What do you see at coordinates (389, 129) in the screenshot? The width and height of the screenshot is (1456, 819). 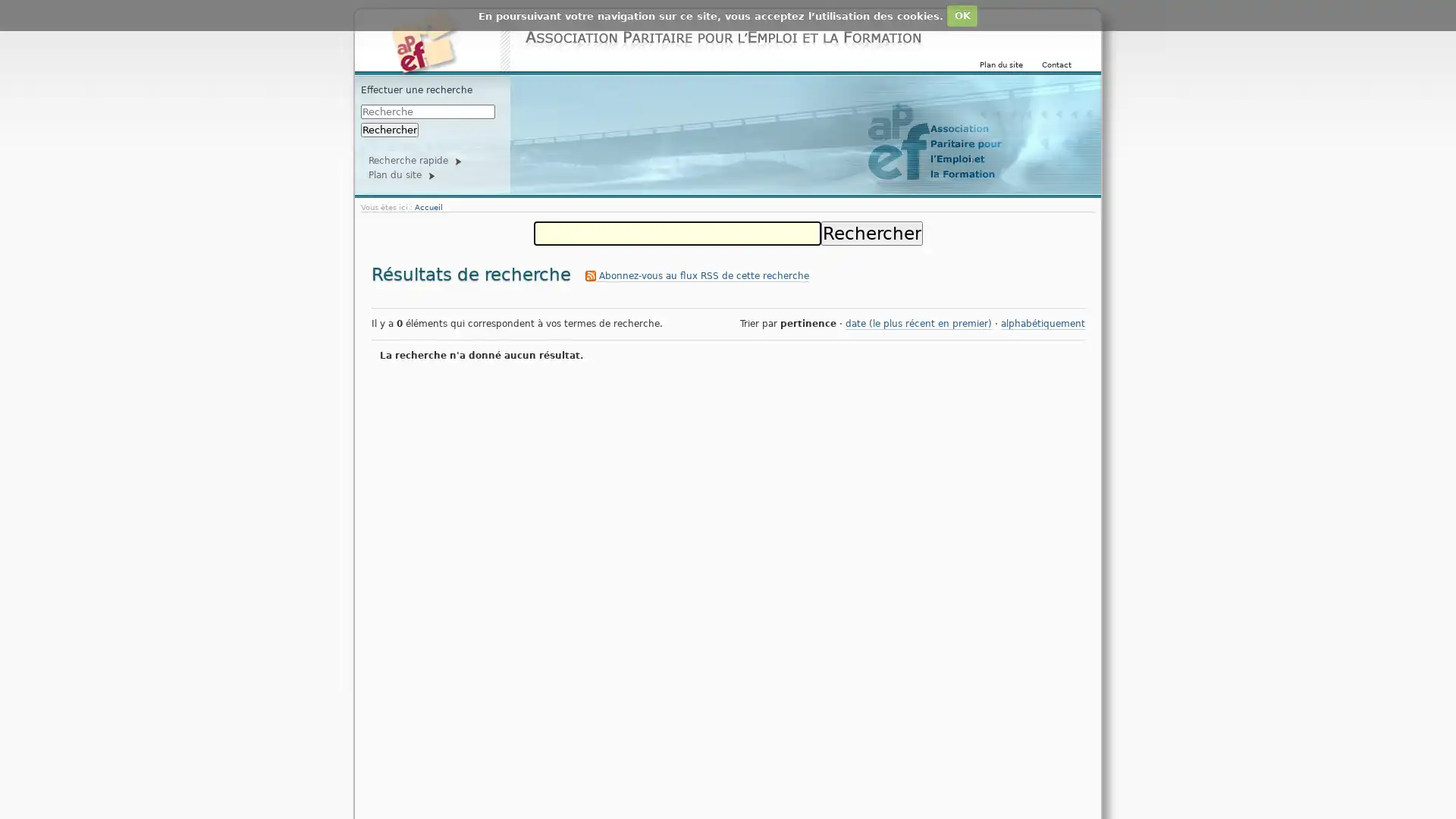 I see `Rechercher` at bounding box center [389, 129].